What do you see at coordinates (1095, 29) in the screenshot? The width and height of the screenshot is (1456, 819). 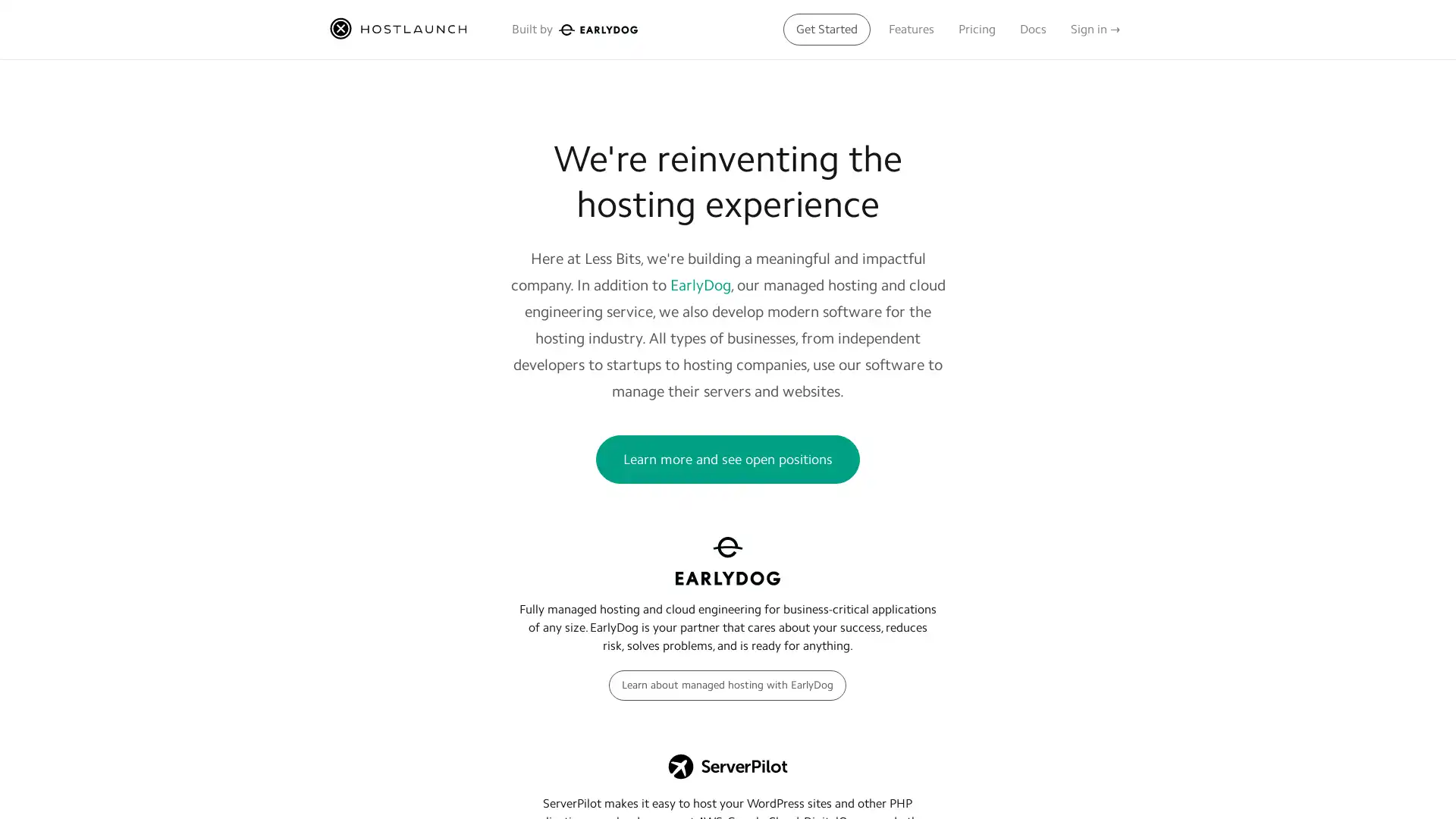 I see `Sign in` at bounding box center [1095, 29].